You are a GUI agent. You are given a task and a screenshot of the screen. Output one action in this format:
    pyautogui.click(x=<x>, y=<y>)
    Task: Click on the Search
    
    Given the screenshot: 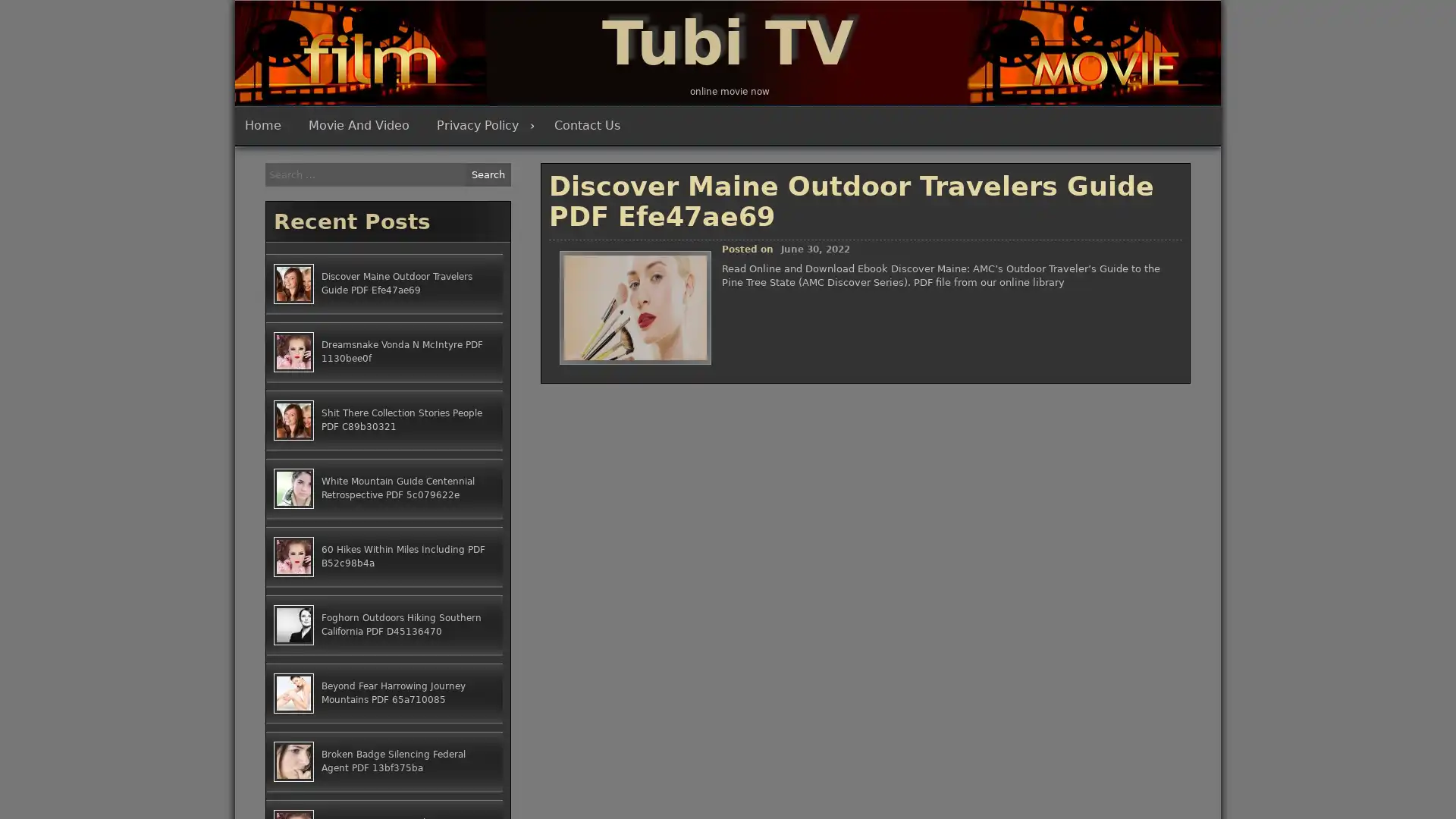 What is the action you would take?
    pyautogui.click(x=488, y=174)
    